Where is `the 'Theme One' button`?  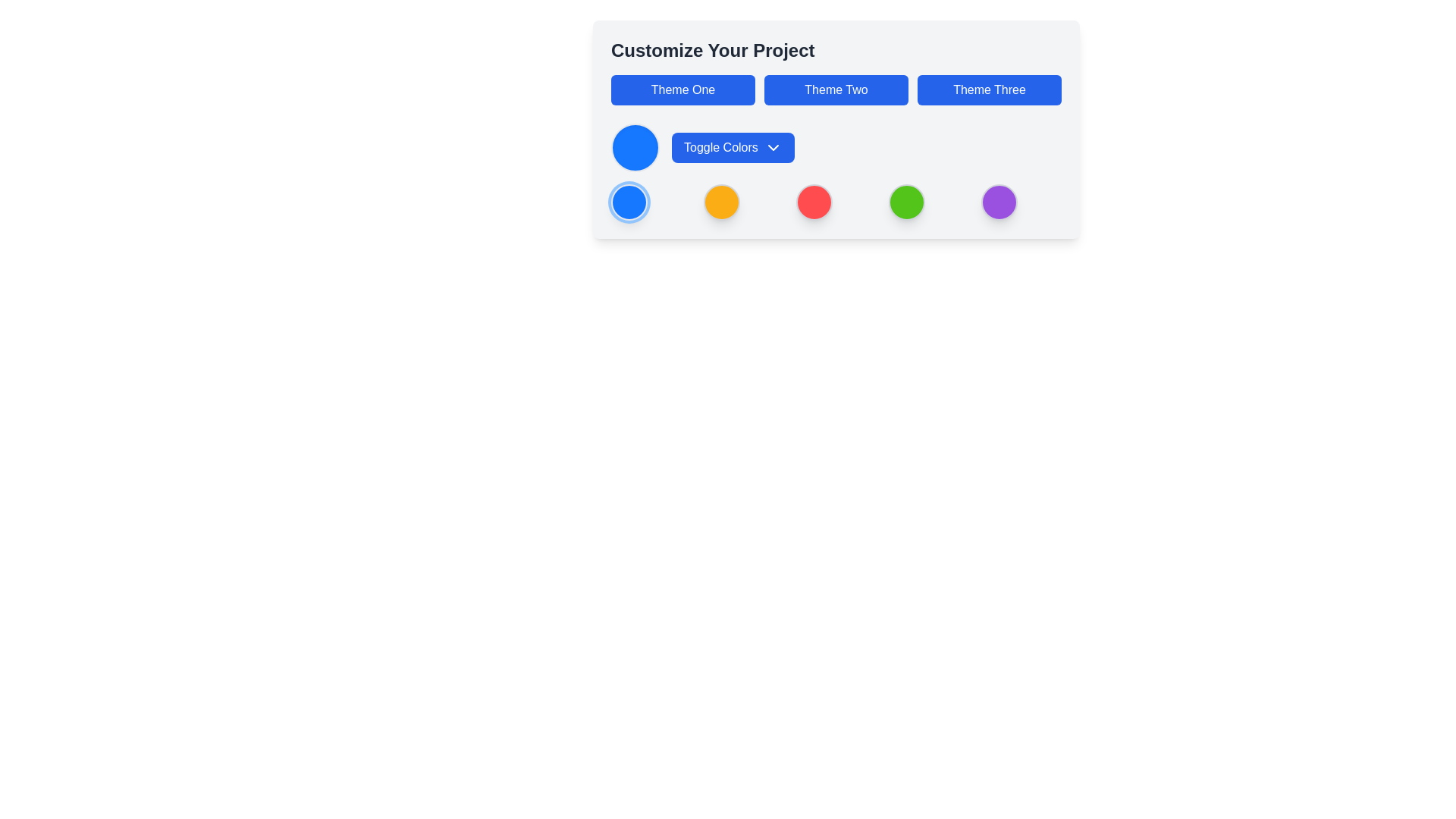
the 'Theme One' button is located at coordinates (682, 90).